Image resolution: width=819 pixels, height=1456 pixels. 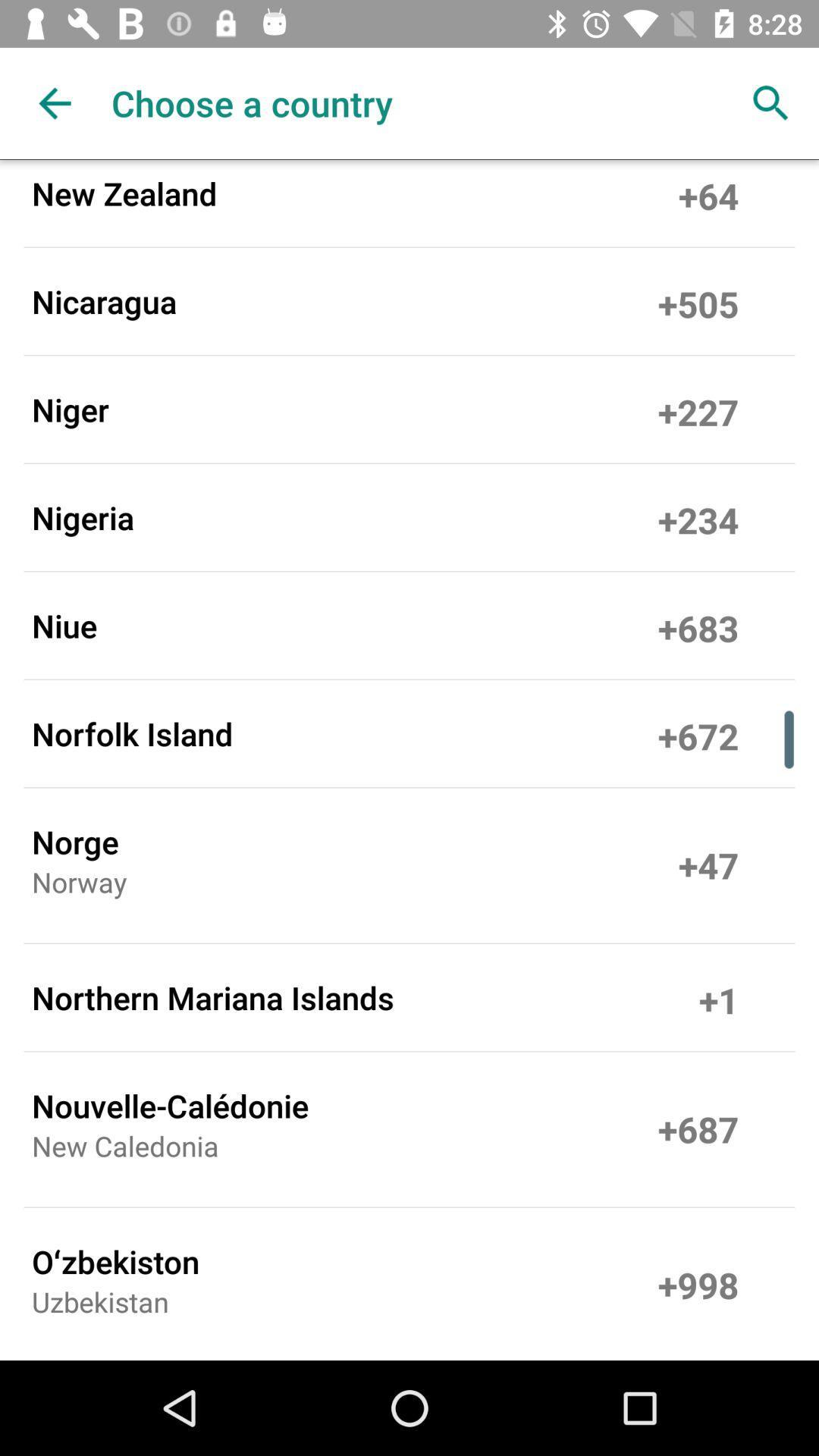 What do you see at coordinates (124, 1150) in the screenshot?
I see `icon next to the +687 item` at bounding box center [124, 1150].